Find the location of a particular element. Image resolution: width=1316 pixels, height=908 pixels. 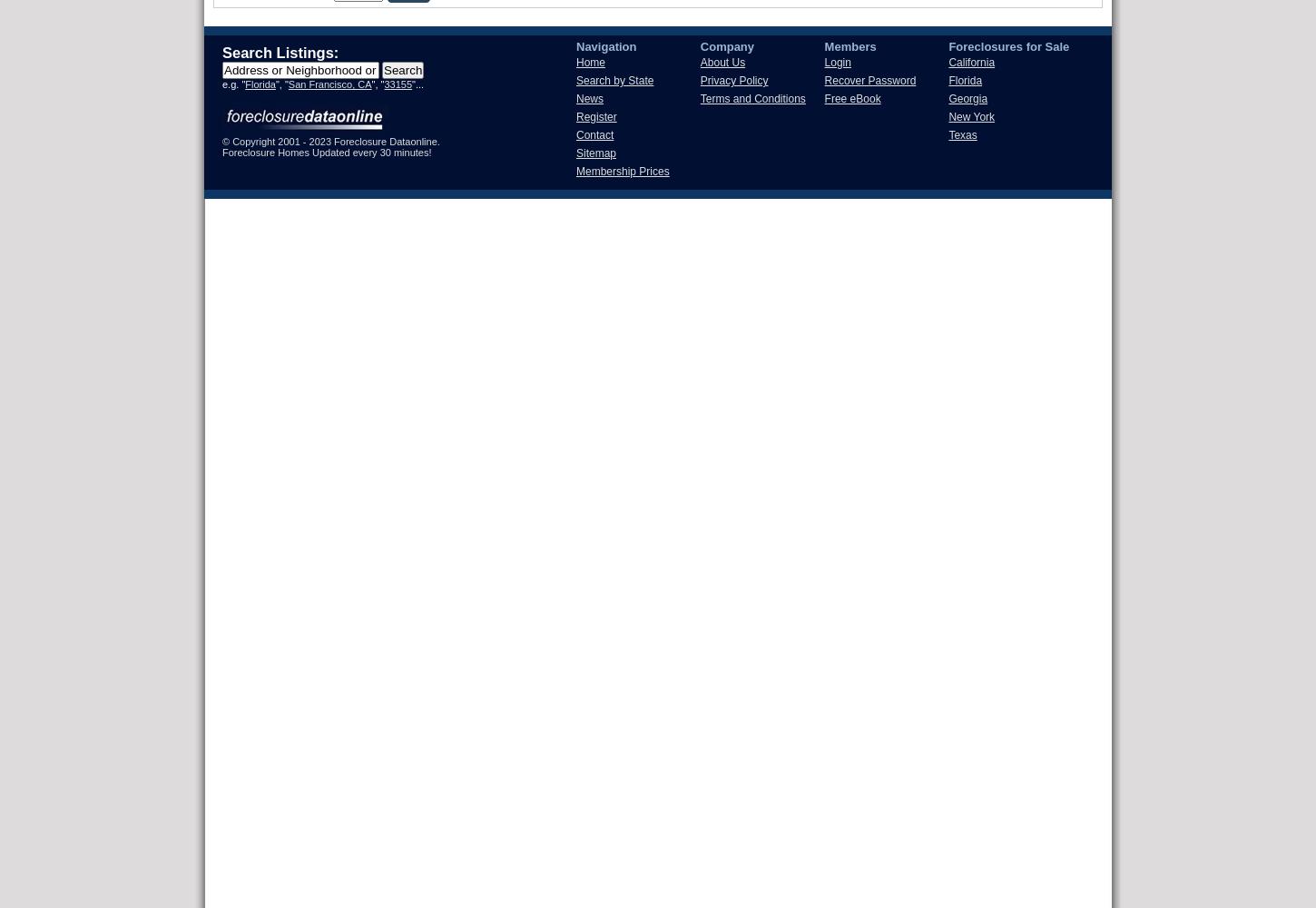

'News' is located at coordinates (589, 98).